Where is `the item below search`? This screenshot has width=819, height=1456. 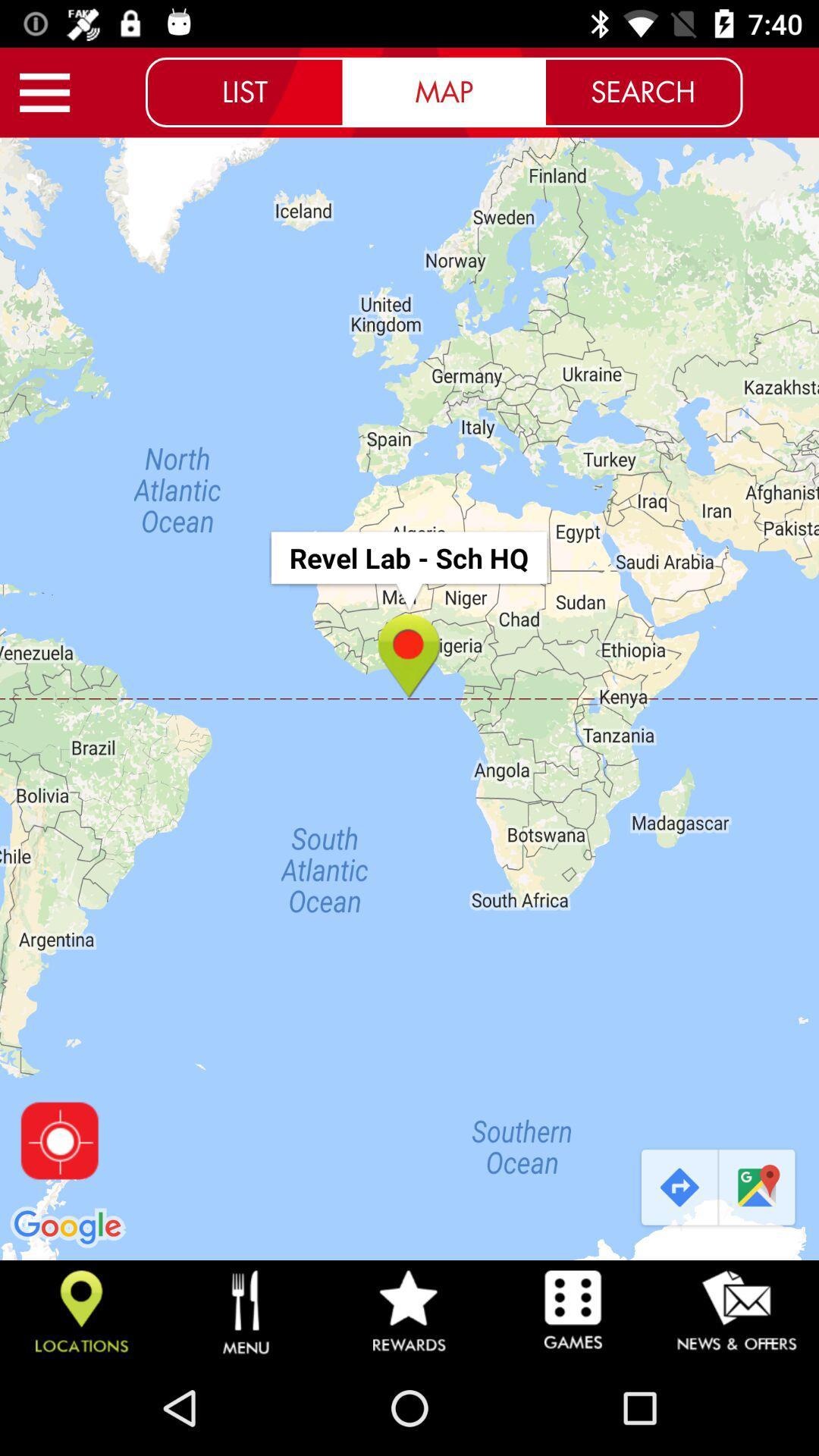
the item below search is located at coordinates (677, 1188).